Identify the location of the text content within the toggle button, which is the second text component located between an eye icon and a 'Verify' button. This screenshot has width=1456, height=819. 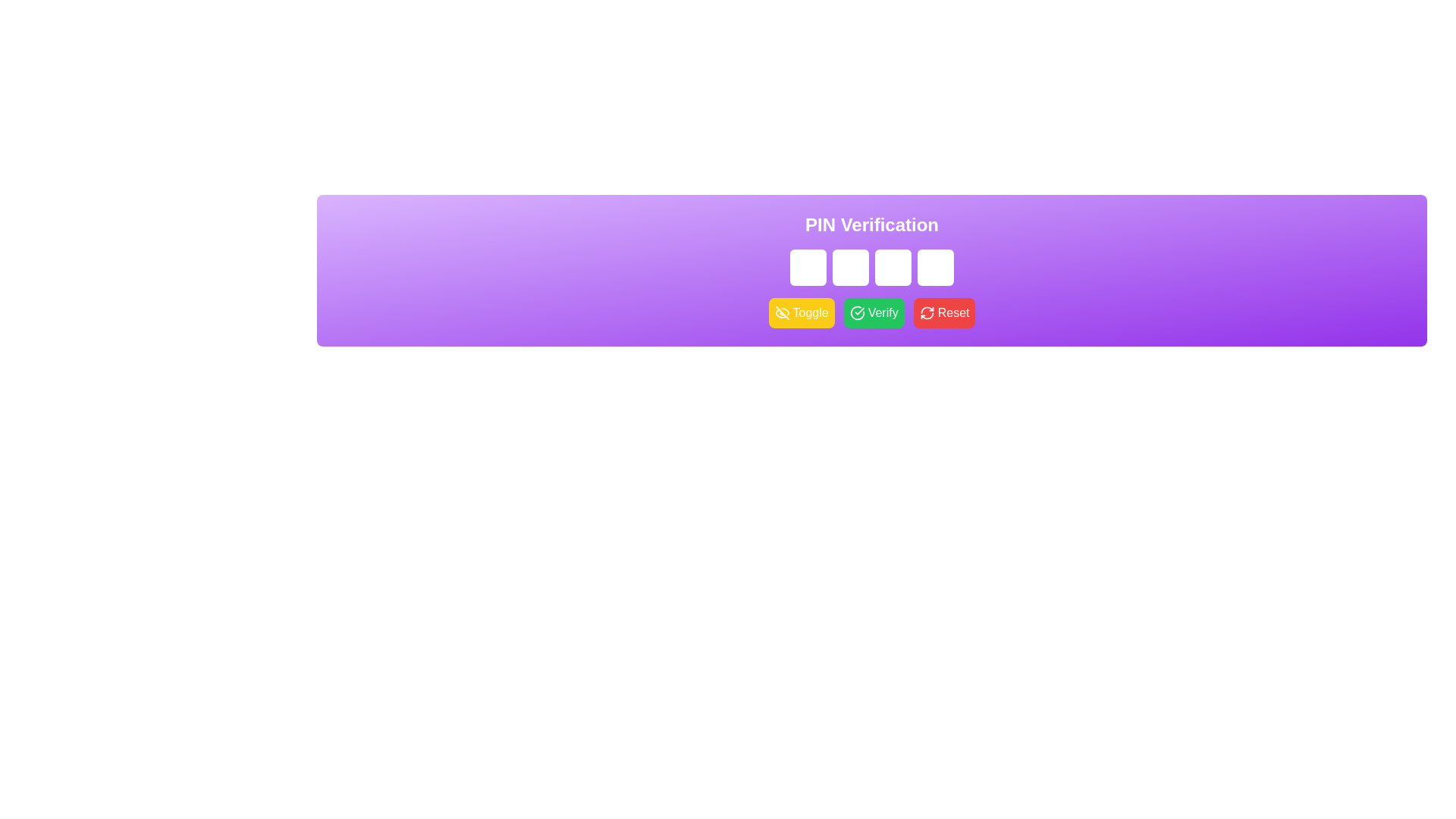
(810, 312).